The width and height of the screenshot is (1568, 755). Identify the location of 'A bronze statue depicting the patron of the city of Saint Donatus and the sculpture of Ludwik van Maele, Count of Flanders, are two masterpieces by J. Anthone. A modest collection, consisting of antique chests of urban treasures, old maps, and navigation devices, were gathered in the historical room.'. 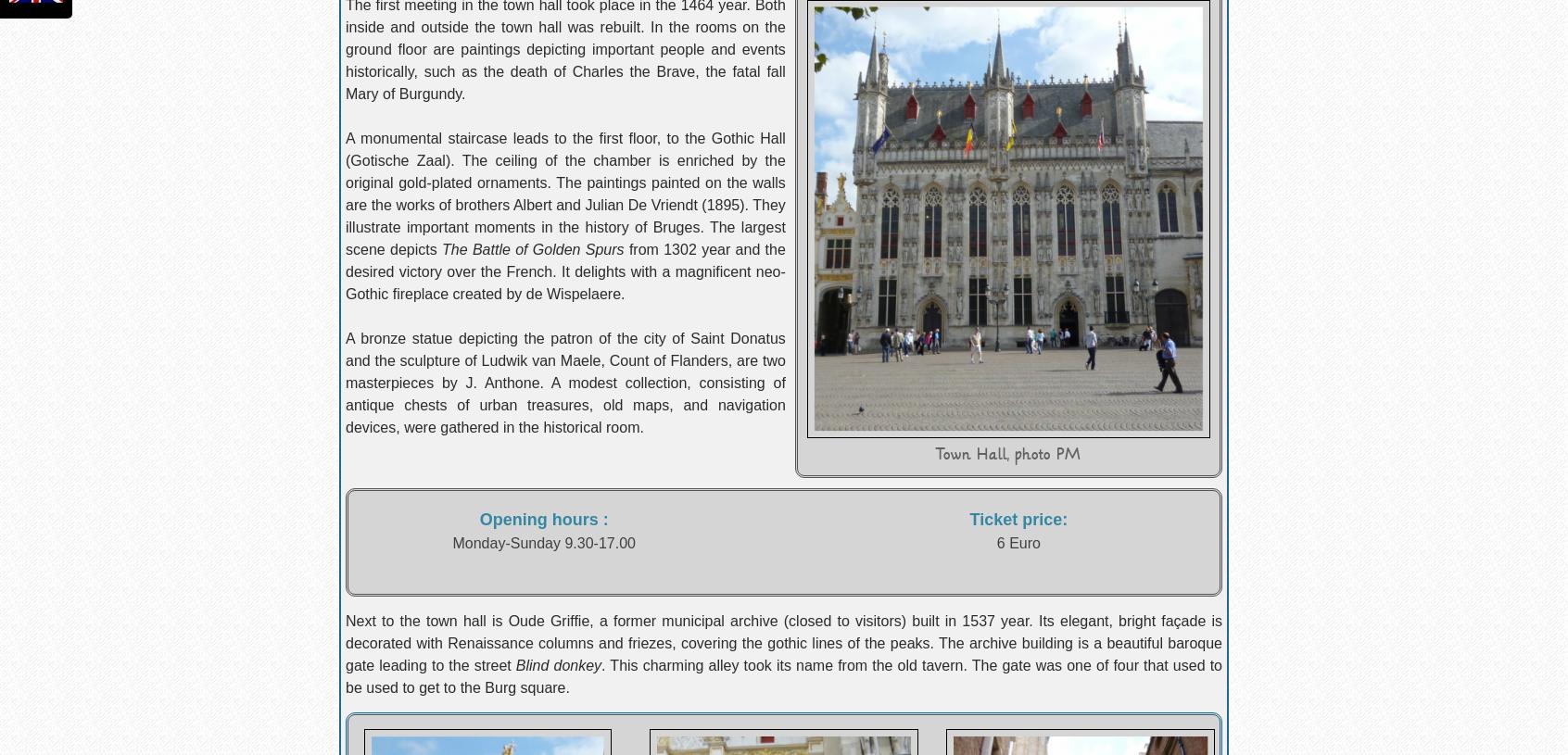
(345, 383).